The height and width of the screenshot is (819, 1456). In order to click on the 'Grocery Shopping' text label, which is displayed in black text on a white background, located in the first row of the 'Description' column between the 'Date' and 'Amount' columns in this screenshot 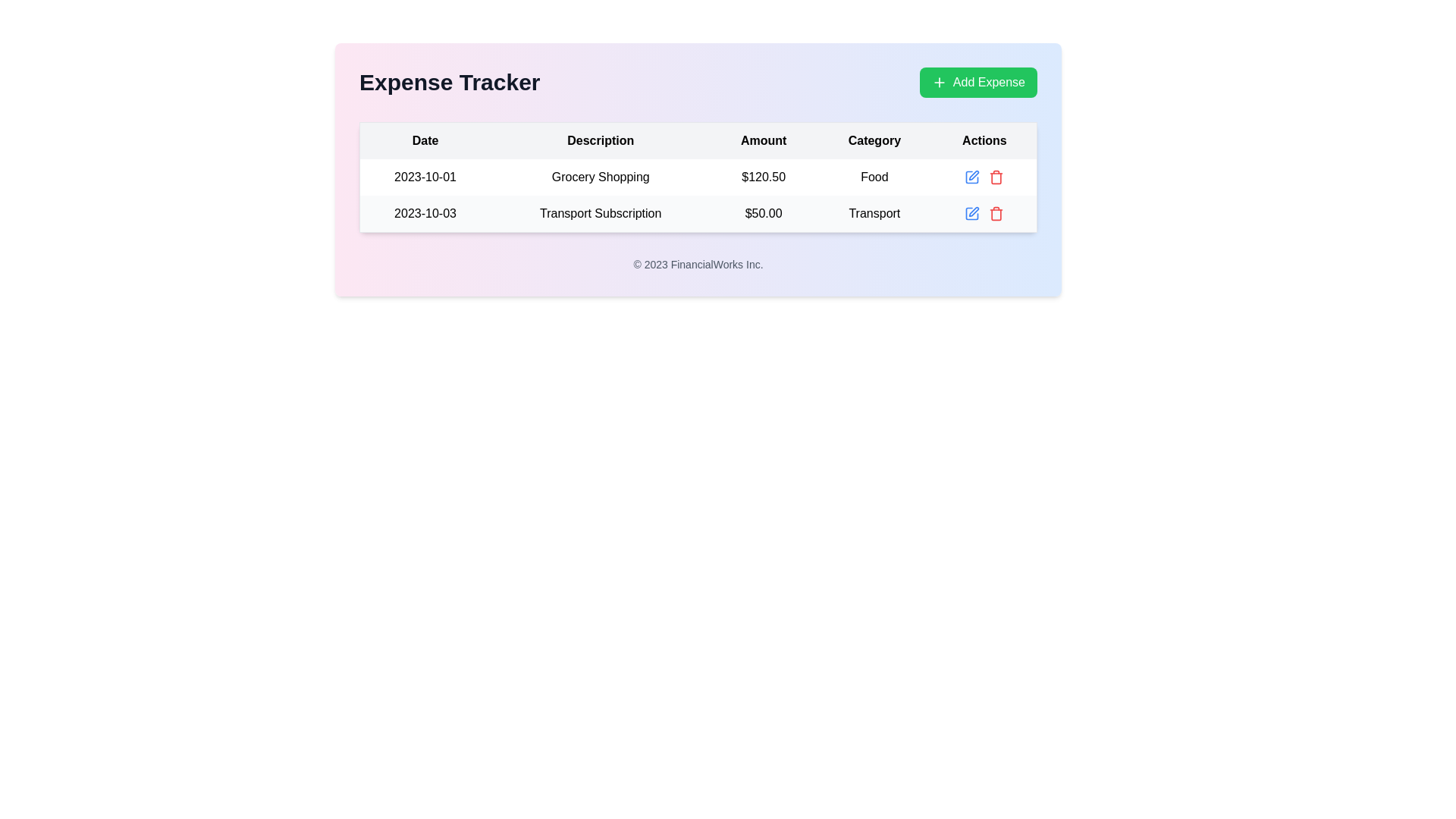, I will do `click(600, 177)`.